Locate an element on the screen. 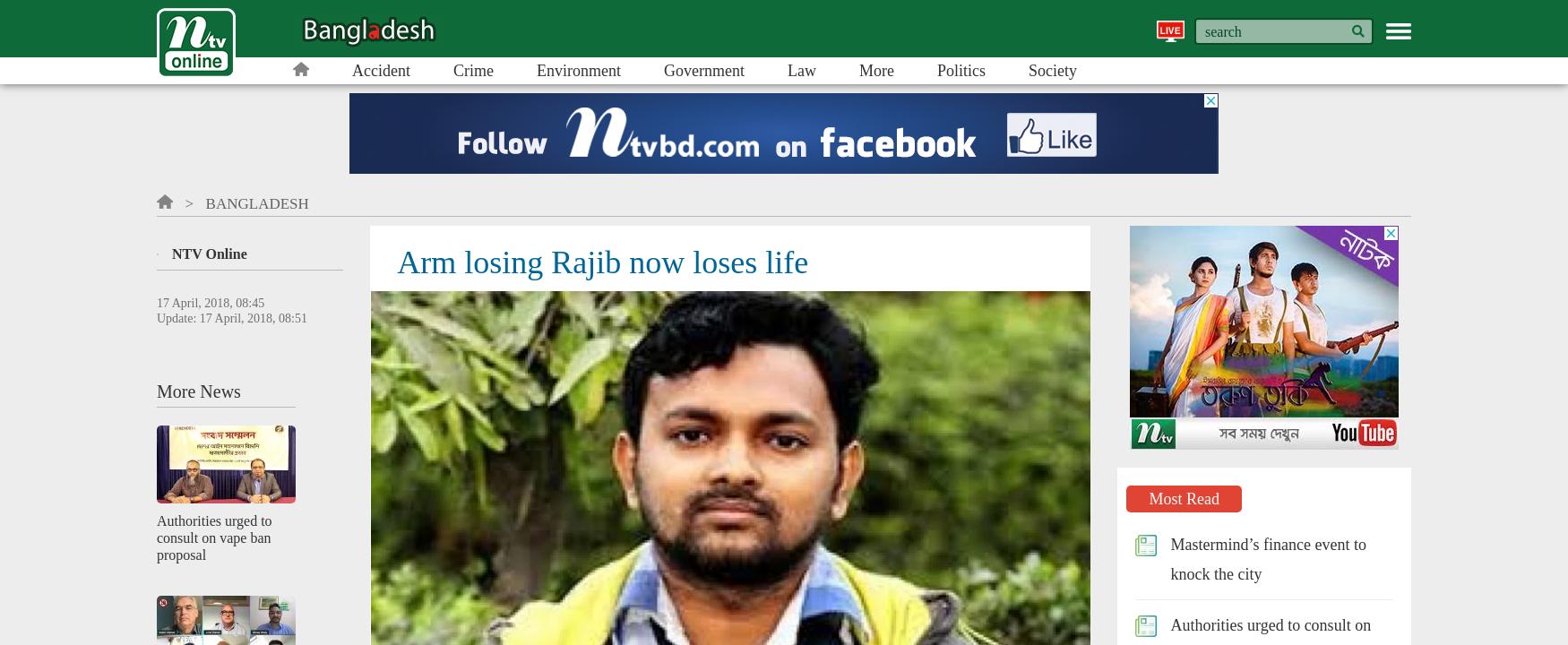 The image size is (1568, 645). 'Authorities urged to consult on vape ban proposal' is located at coordinates (214, 536).